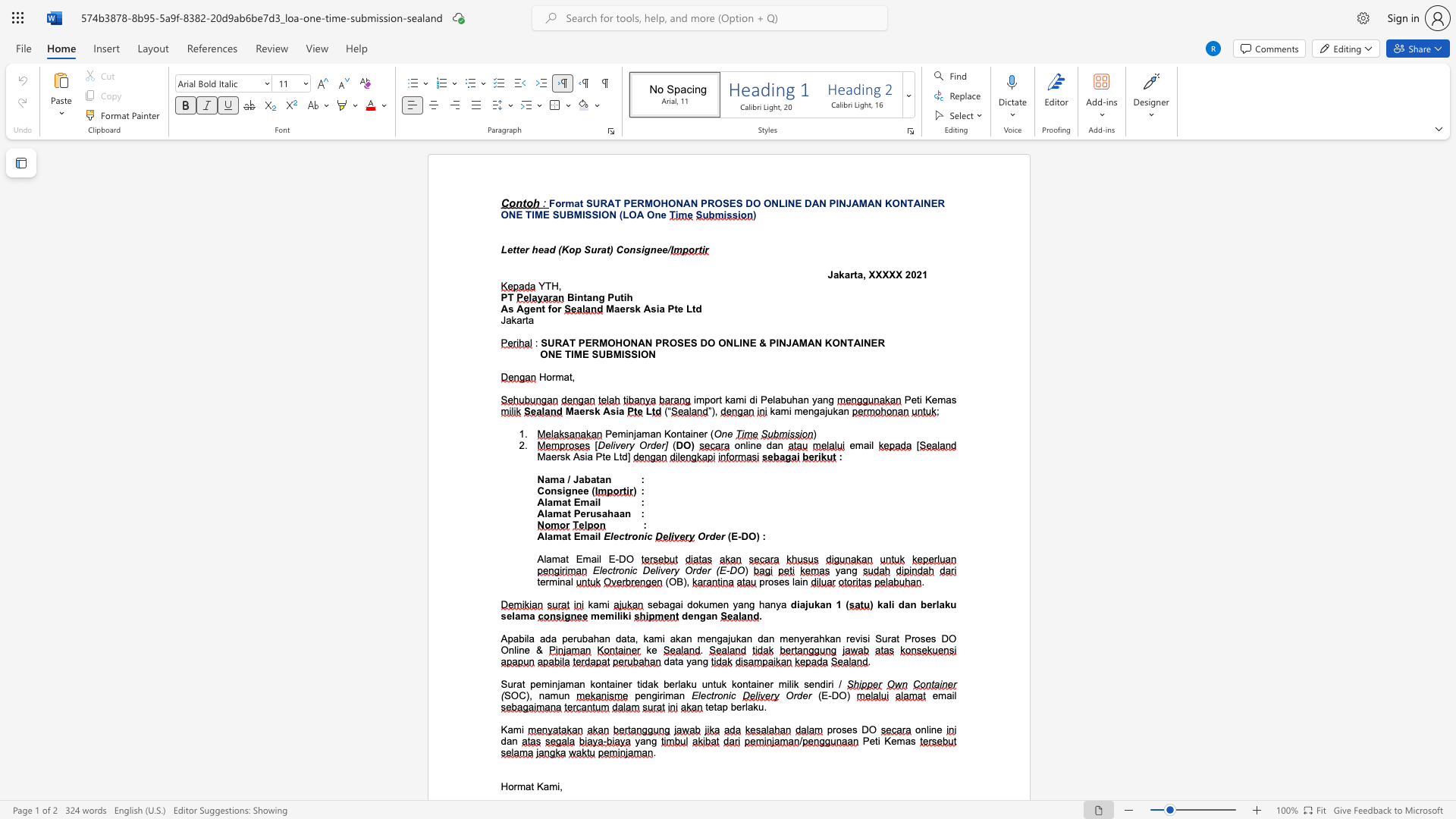  Describe the element at coordinates (717, 604) in the screenshot. I see `the subset text "en yan" within the text "sebagai dokumen yang hanya"` at that location.